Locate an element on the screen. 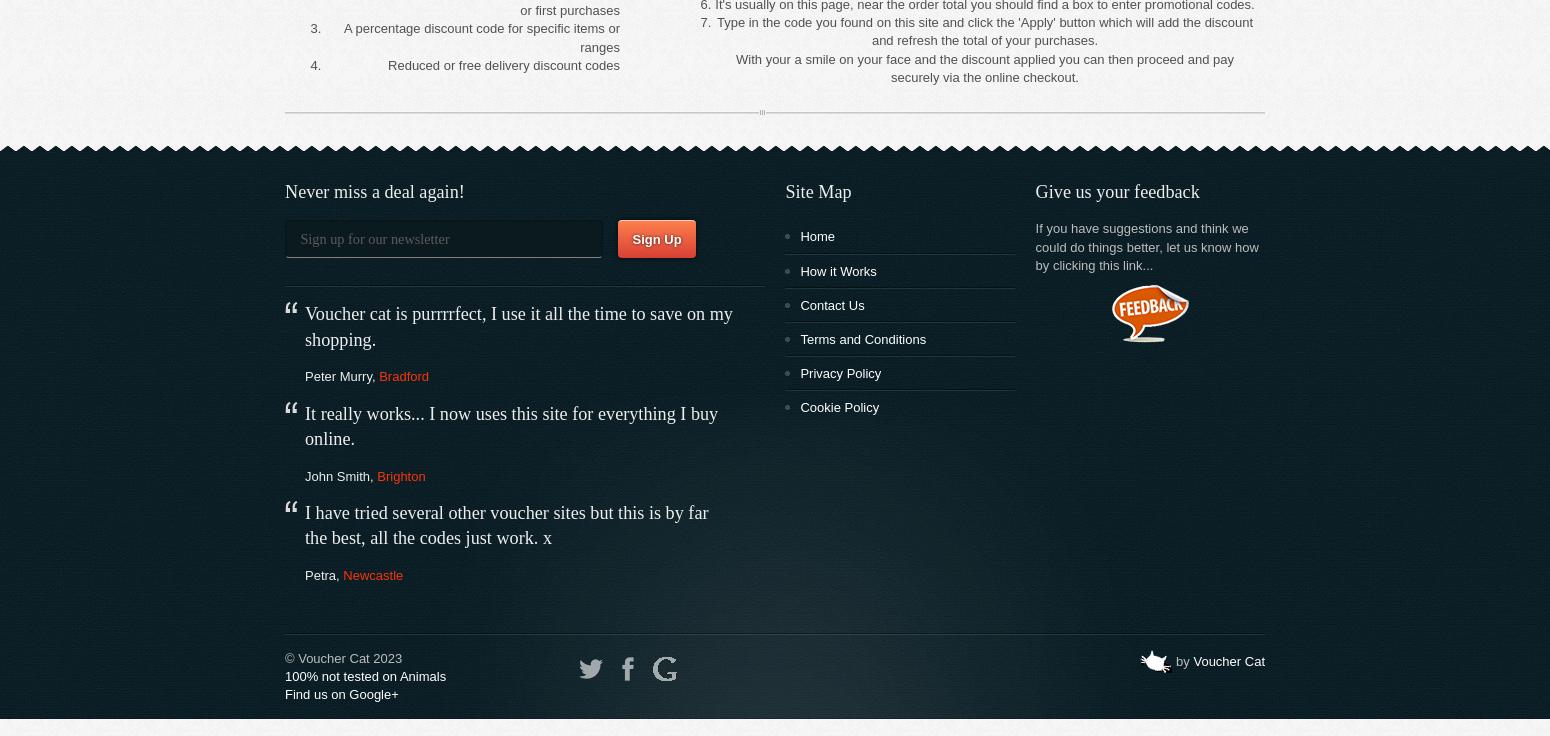  'With your a smile on your face and the discount applied you can then proceed and pay securely via the online checkout.' is located at coordinates (983, 67).